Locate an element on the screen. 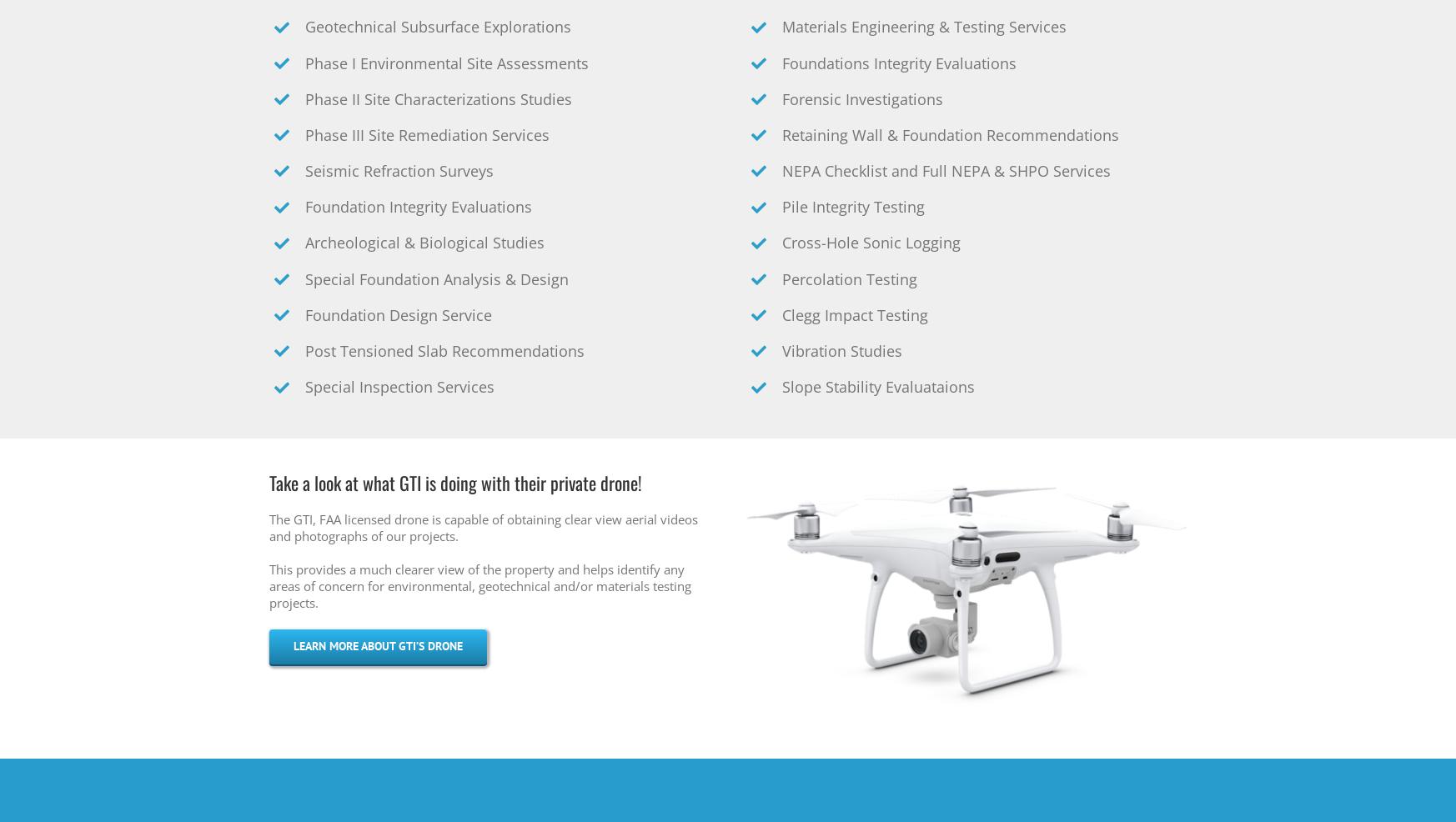 Image resolution: width=1456 pixels, height=822 pixels. 'Take a look at what GTI is doing with their private drone!' is located at coordinates (454, 483).